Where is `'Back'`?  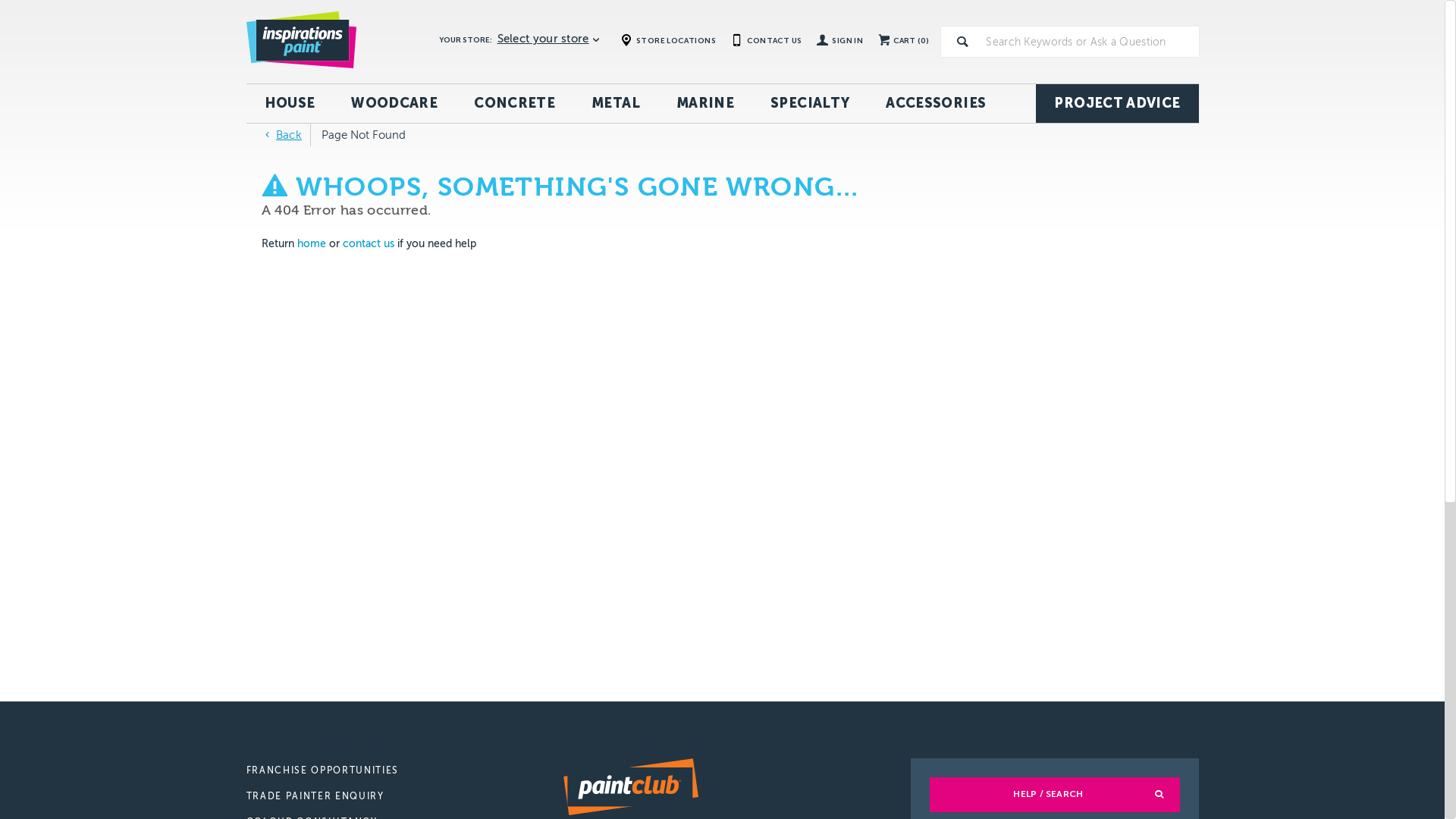
'Back' is located at coordinates (281, 133).